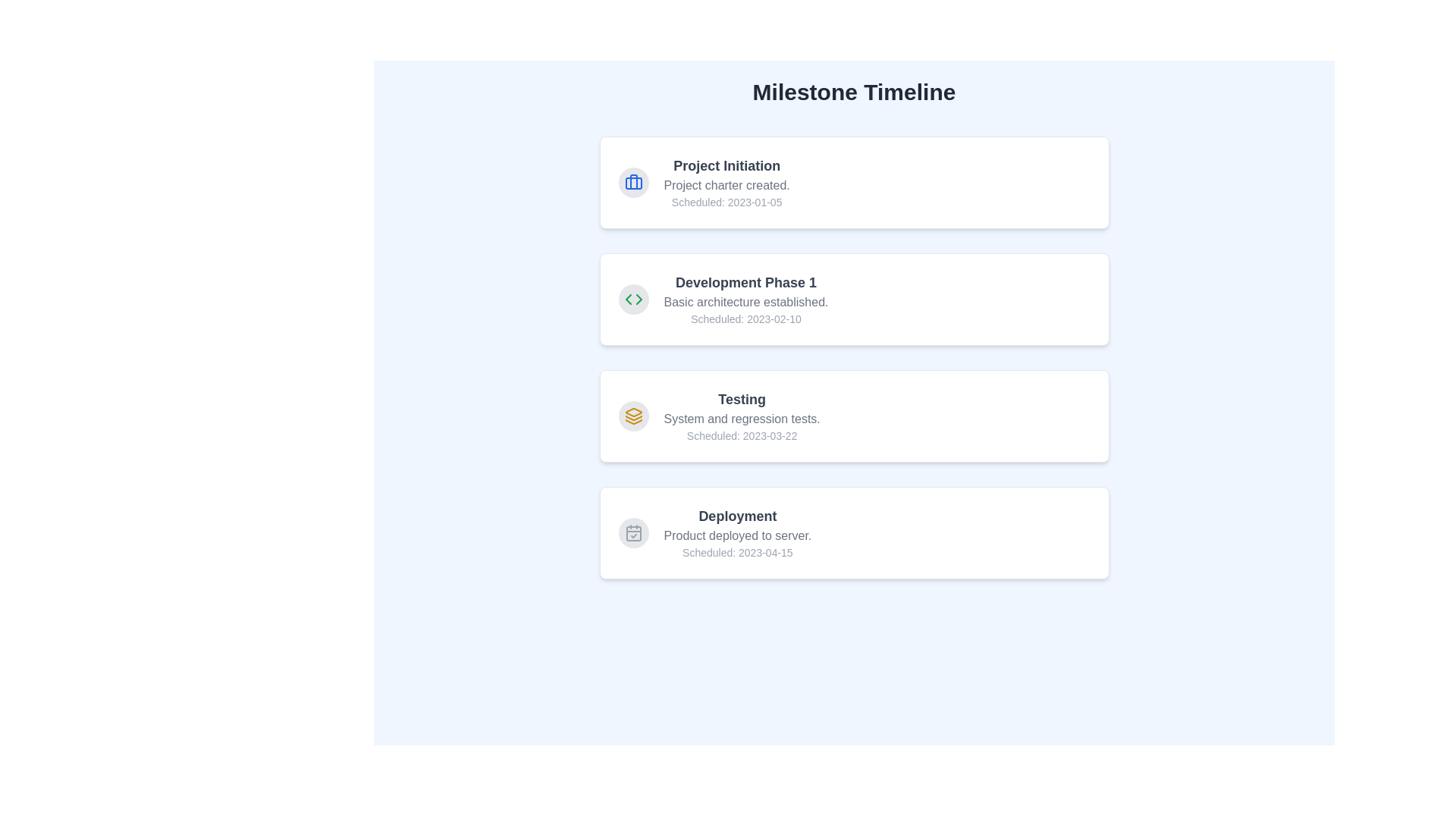 The height and width of the screenshot is (819, 1456). Describe the element at coordinates (633, 183) in the screenshot. I see `the horizontal rectangle with rounded corners in the 'Project Initiation' milestone icon area, located in the uppermost milestone box of the timeline` at that location.